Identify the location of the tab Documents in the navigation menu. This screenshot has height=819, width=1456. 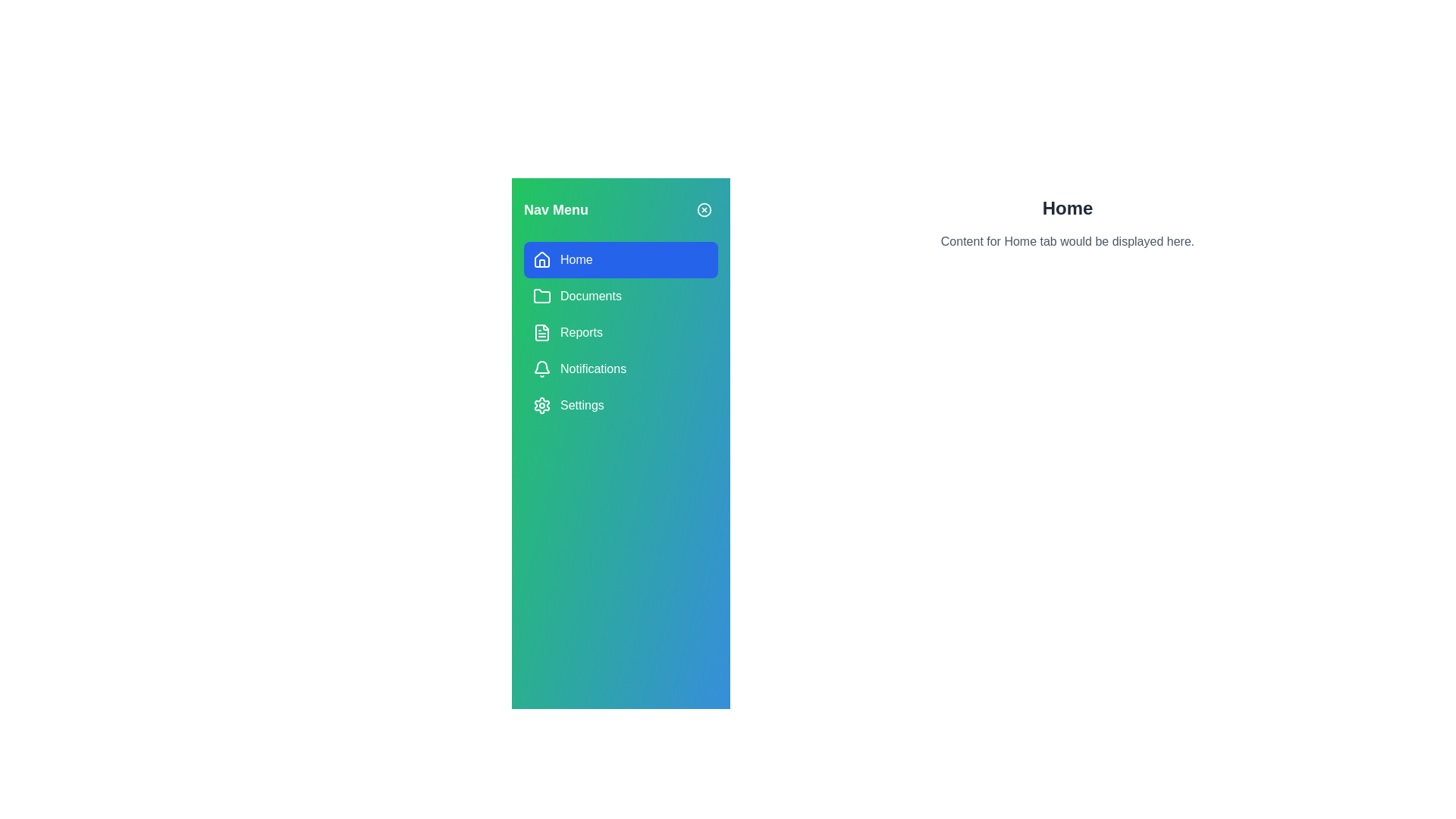
(621, 296).